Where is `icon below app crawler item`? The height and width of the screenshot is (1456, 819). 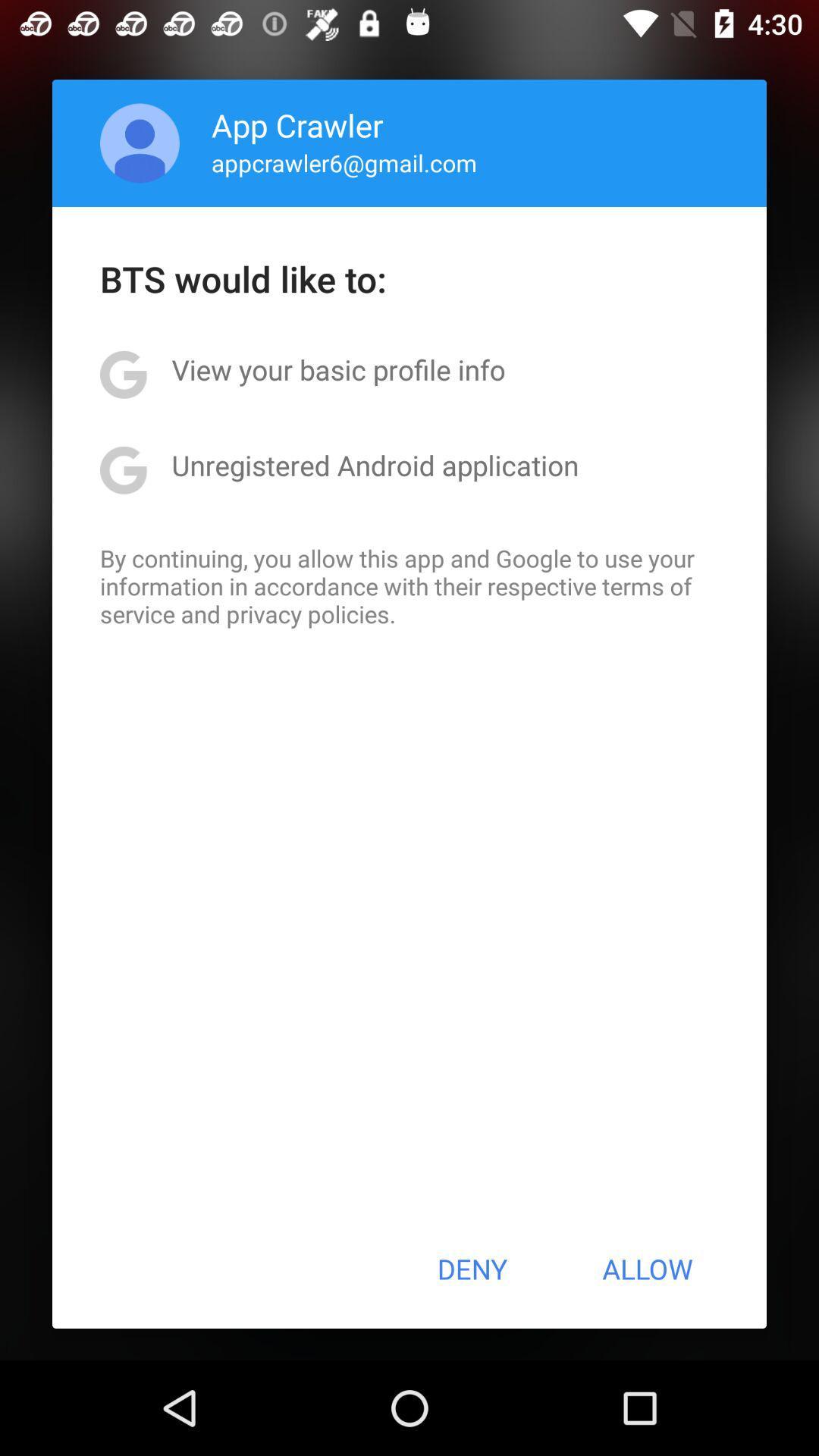
icon below app crawler item is located at coordinates (344, 162).